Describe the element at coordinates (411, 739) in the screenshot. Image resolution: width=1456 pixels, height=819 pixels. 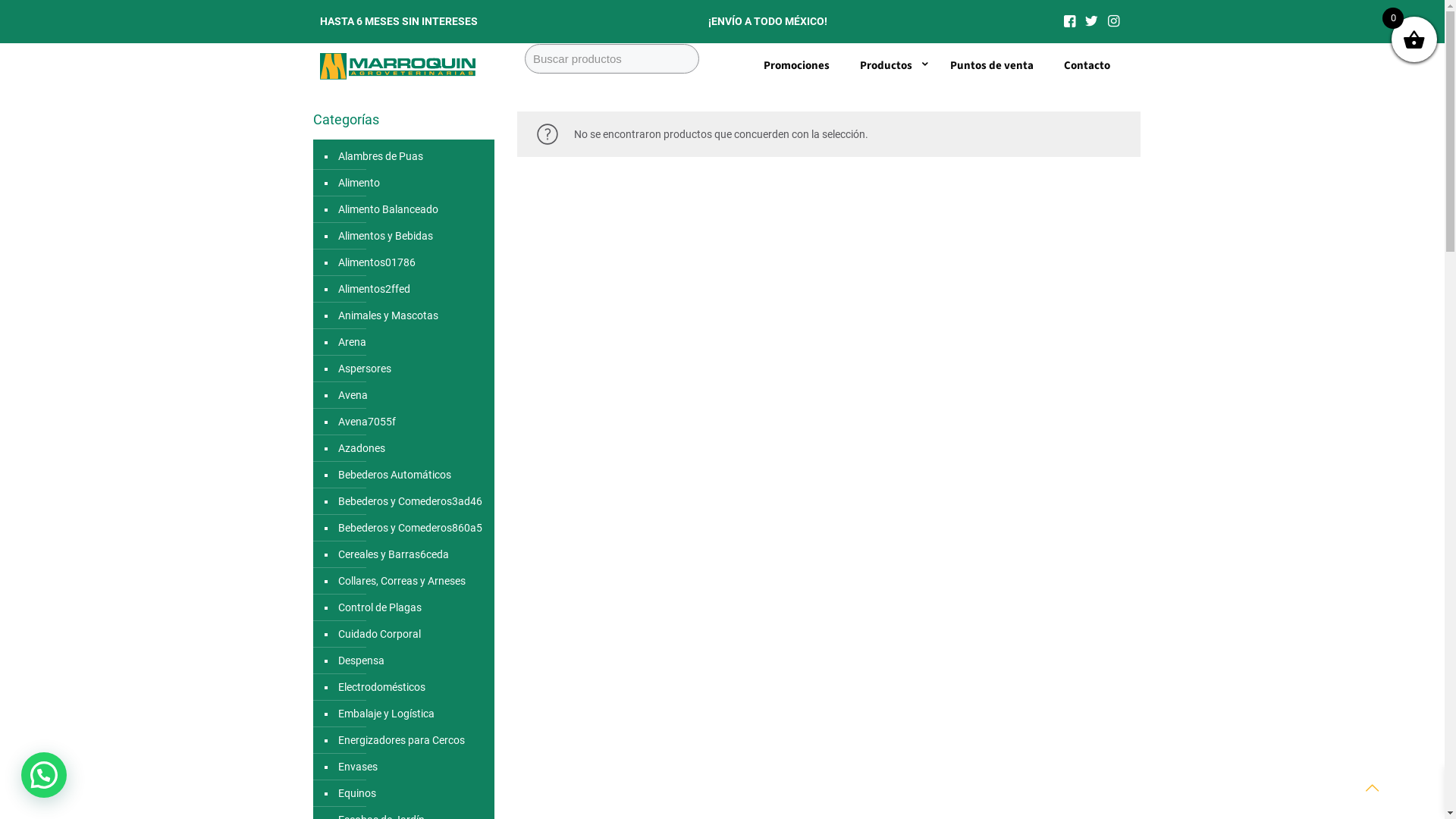
I see `'Energizadores para Cercos'` at that location.